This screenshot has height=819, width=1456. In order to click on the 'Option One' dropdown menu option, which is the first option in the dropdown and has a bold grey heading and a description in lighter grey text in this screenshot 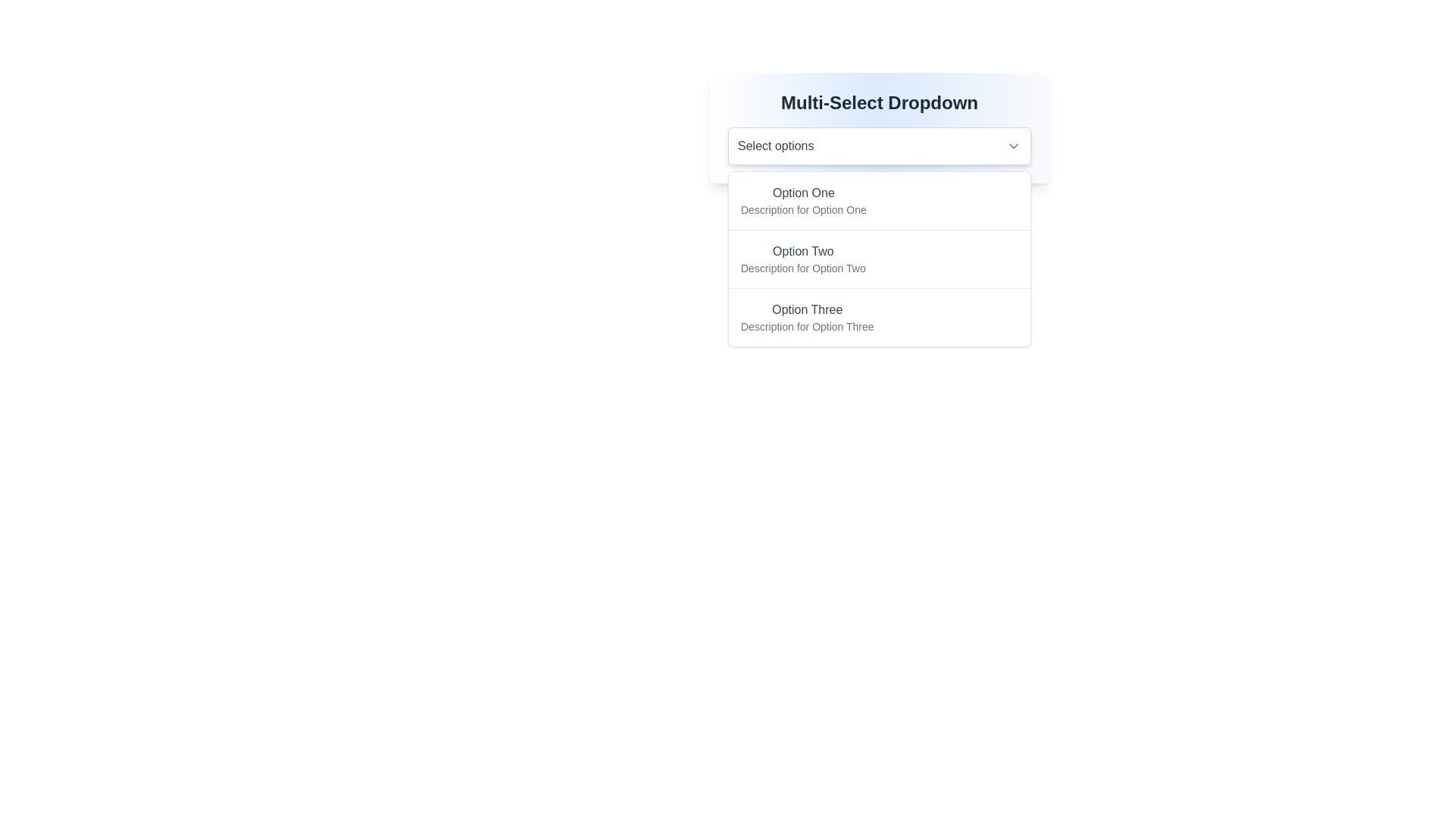, I will do `click(802, 200)`.